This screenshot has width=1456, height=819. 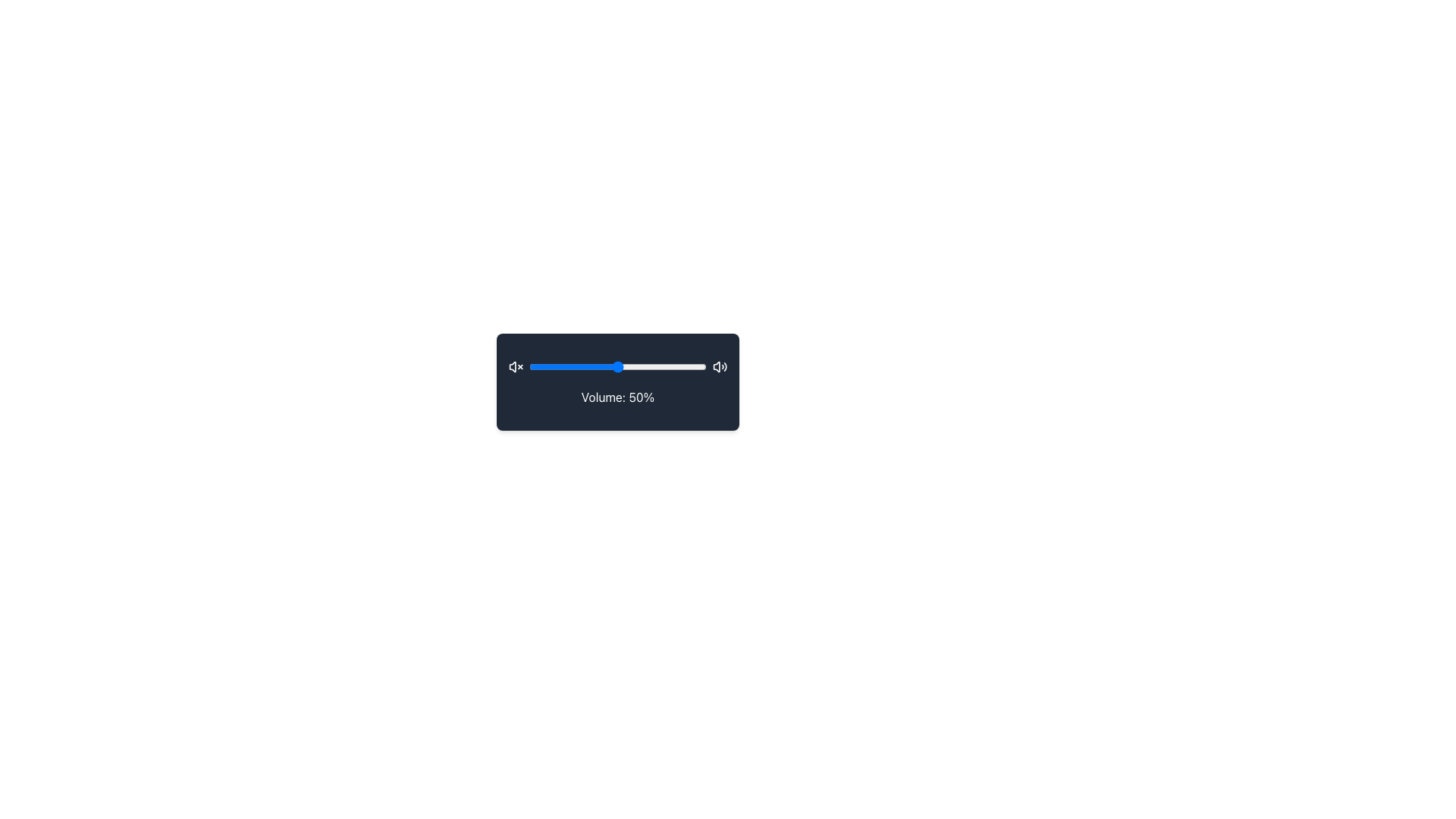 I want to click on the volume, so click(x=608, y=366).